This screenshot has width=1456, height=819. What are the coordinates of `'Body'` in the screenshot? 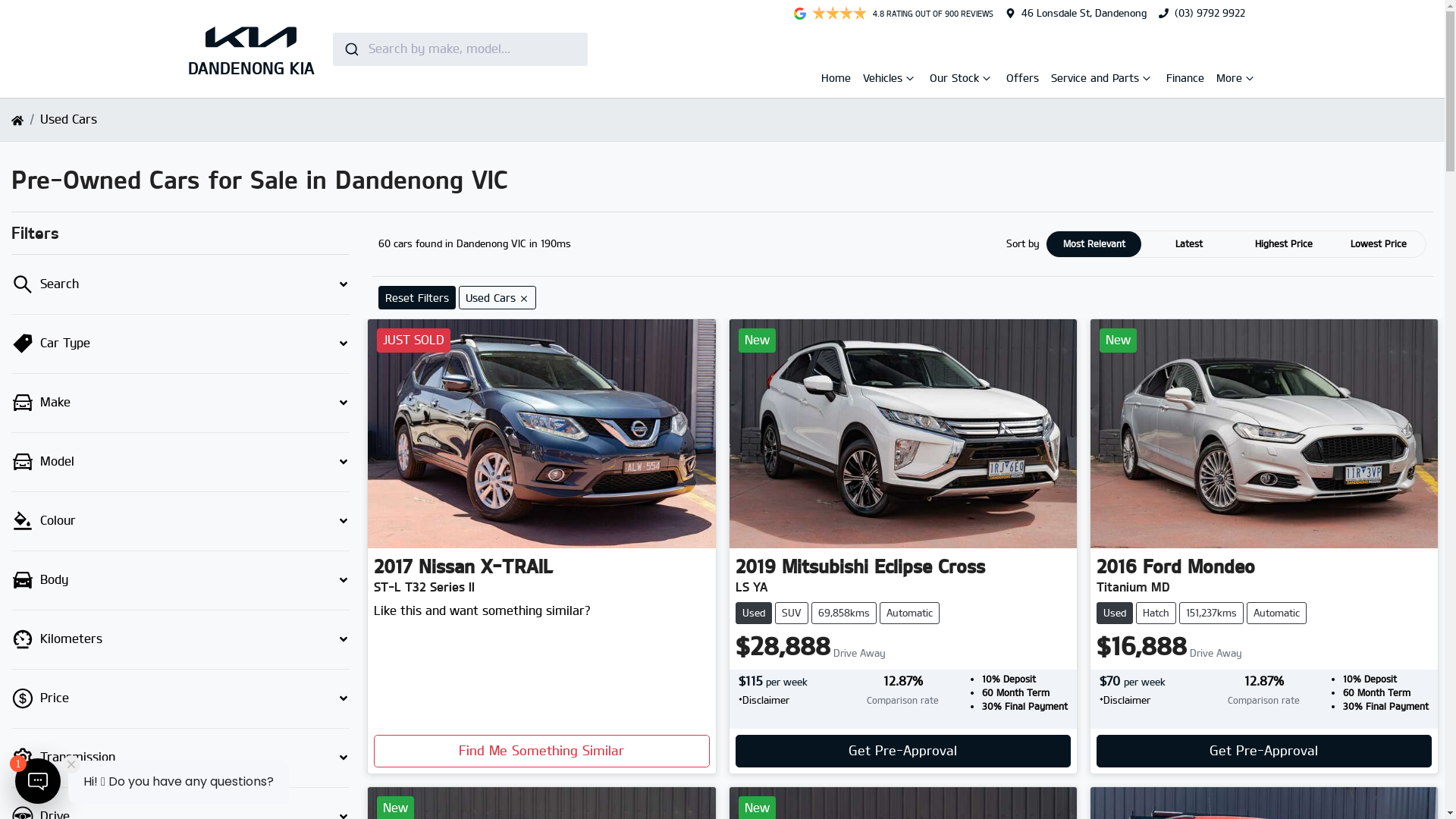 It's located at (180, 580).